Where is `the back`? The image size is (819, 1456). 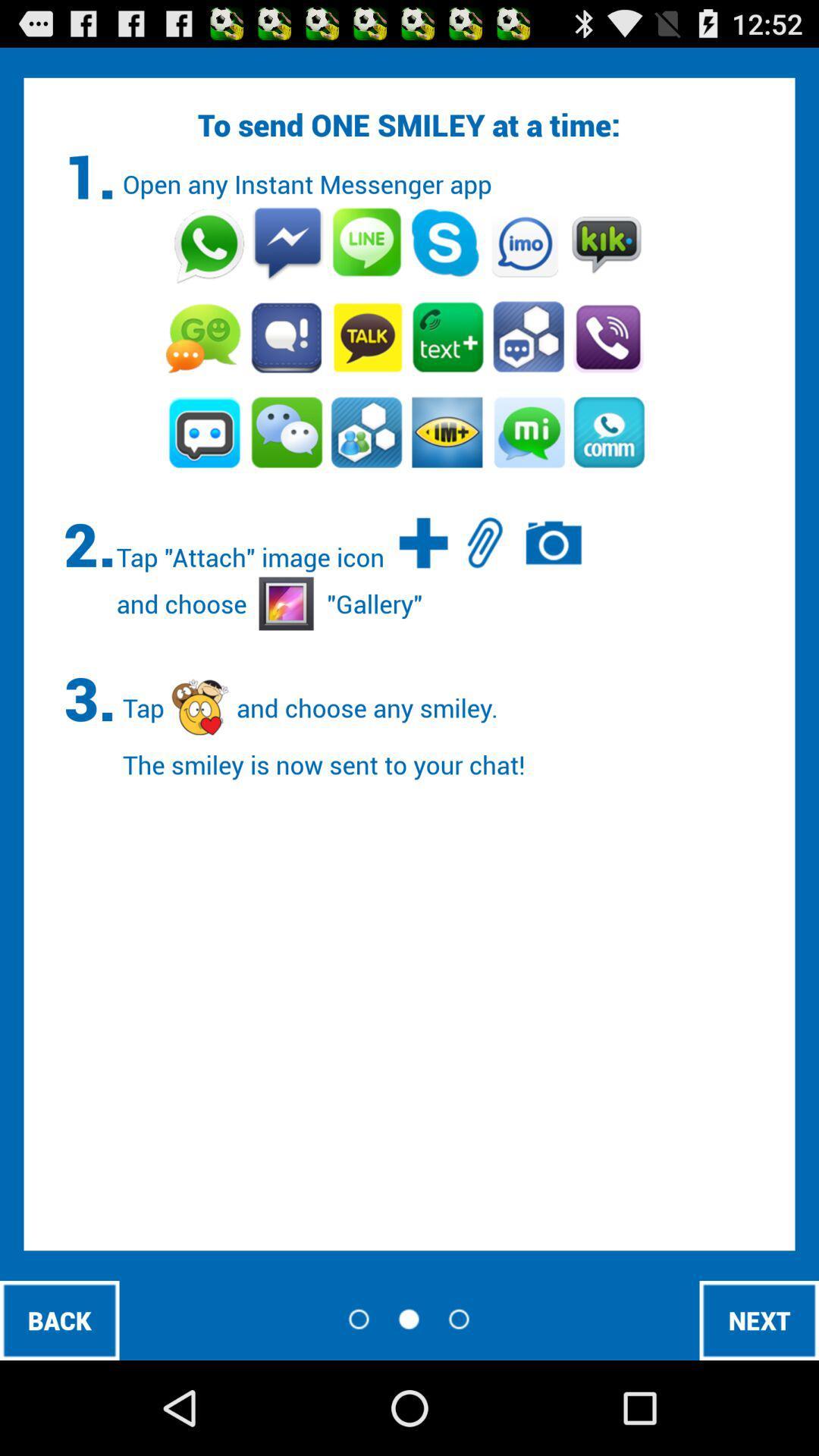 the back is located at coordinates (58, 1319).